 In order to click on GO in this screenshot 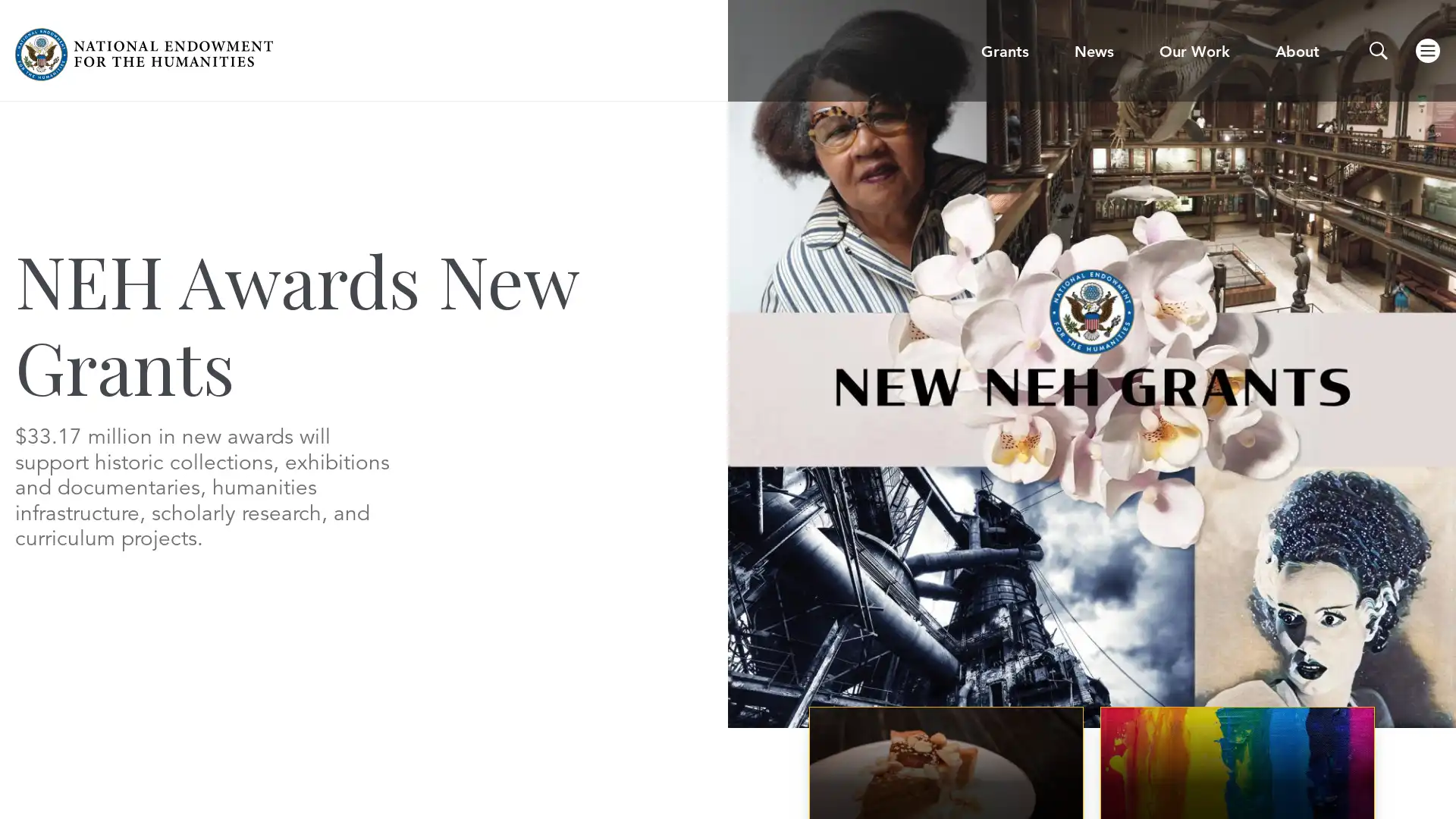, I will do `click(984, 59)`.